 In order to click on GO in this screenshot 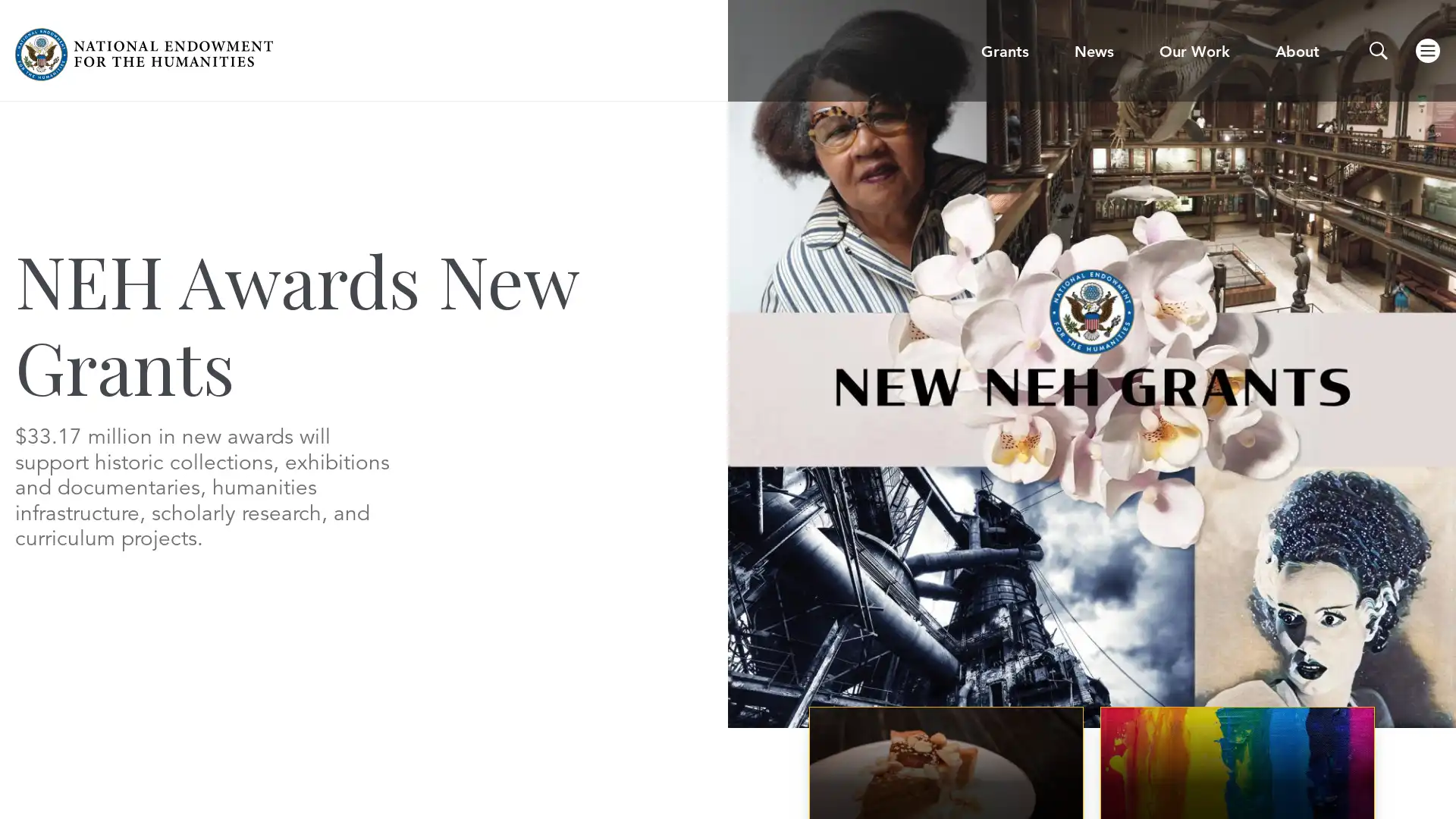, I will do `click(984, 59)`.